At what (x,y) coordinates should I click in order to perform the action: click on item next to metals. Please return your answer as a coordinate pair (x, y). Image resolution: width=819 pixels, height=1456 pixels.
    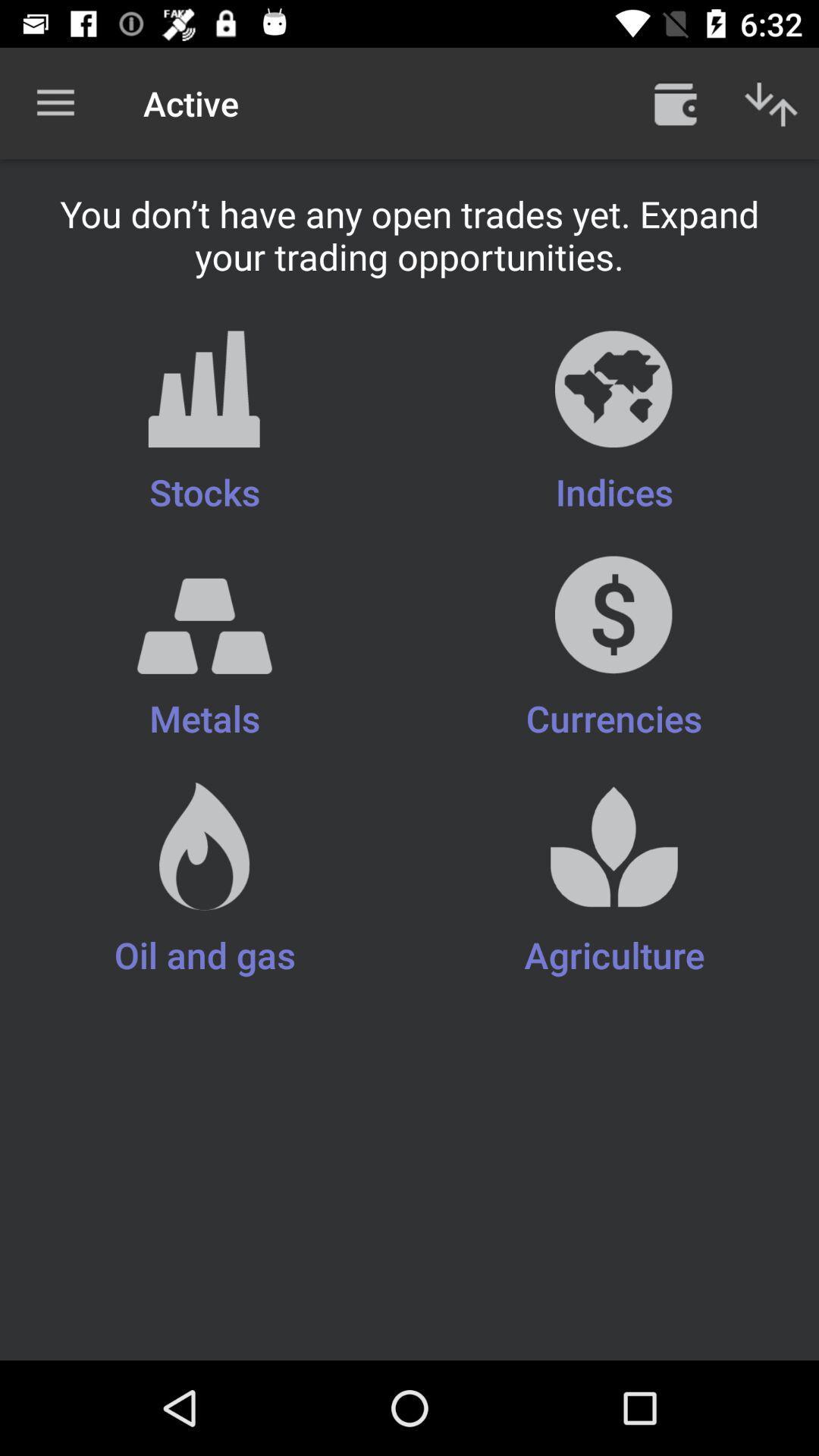
    Looking at the image, I should click on (614, 881).